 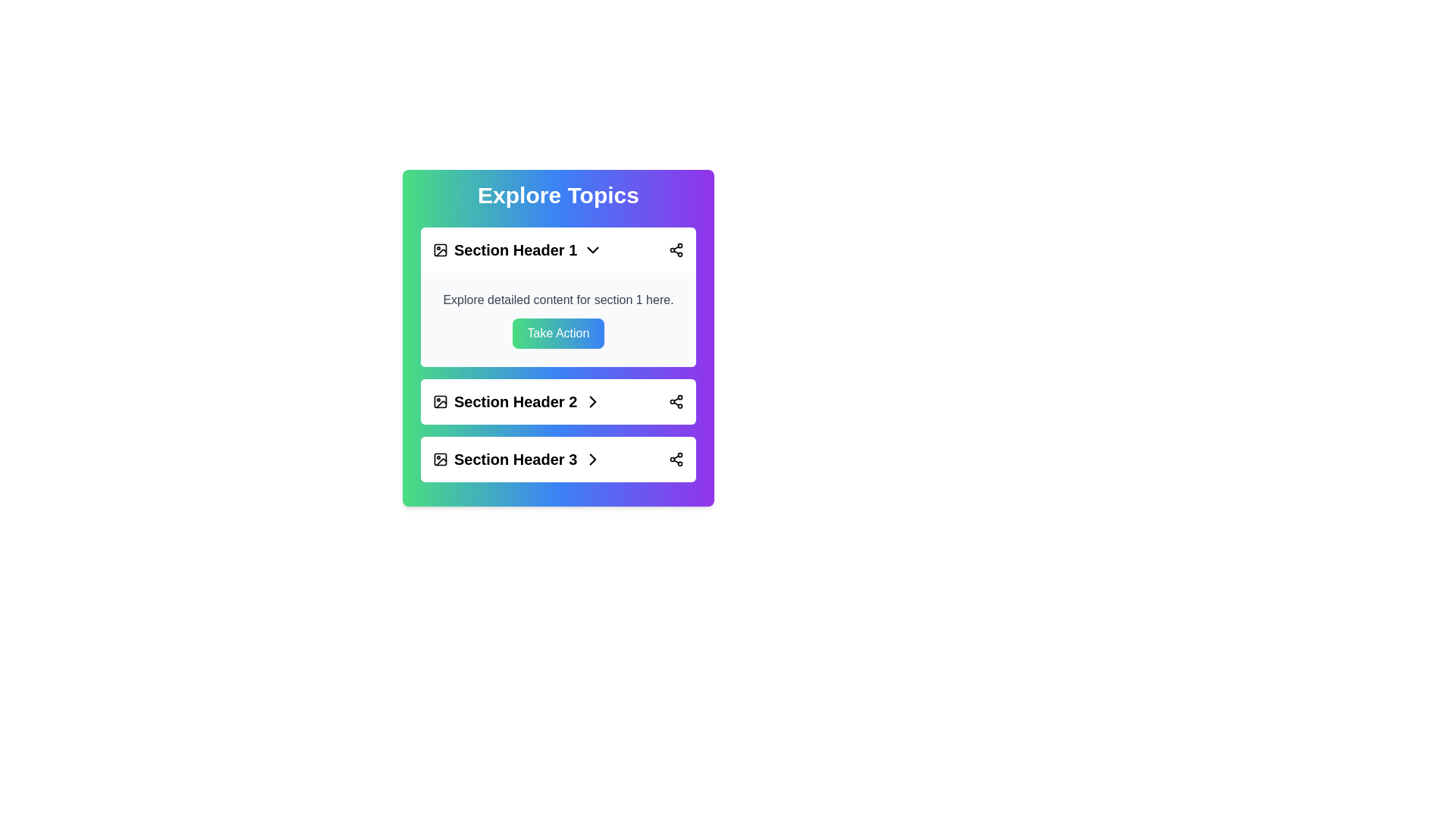 What do you see at coordinates (439, 458) in the screenshot?
I see `the icon resembling a picture frame with a circle and a diagonal line inside it, which indicates an image placeholder, positioned to the far left of 'Section Header 3'` at bounding box center [439, 458].